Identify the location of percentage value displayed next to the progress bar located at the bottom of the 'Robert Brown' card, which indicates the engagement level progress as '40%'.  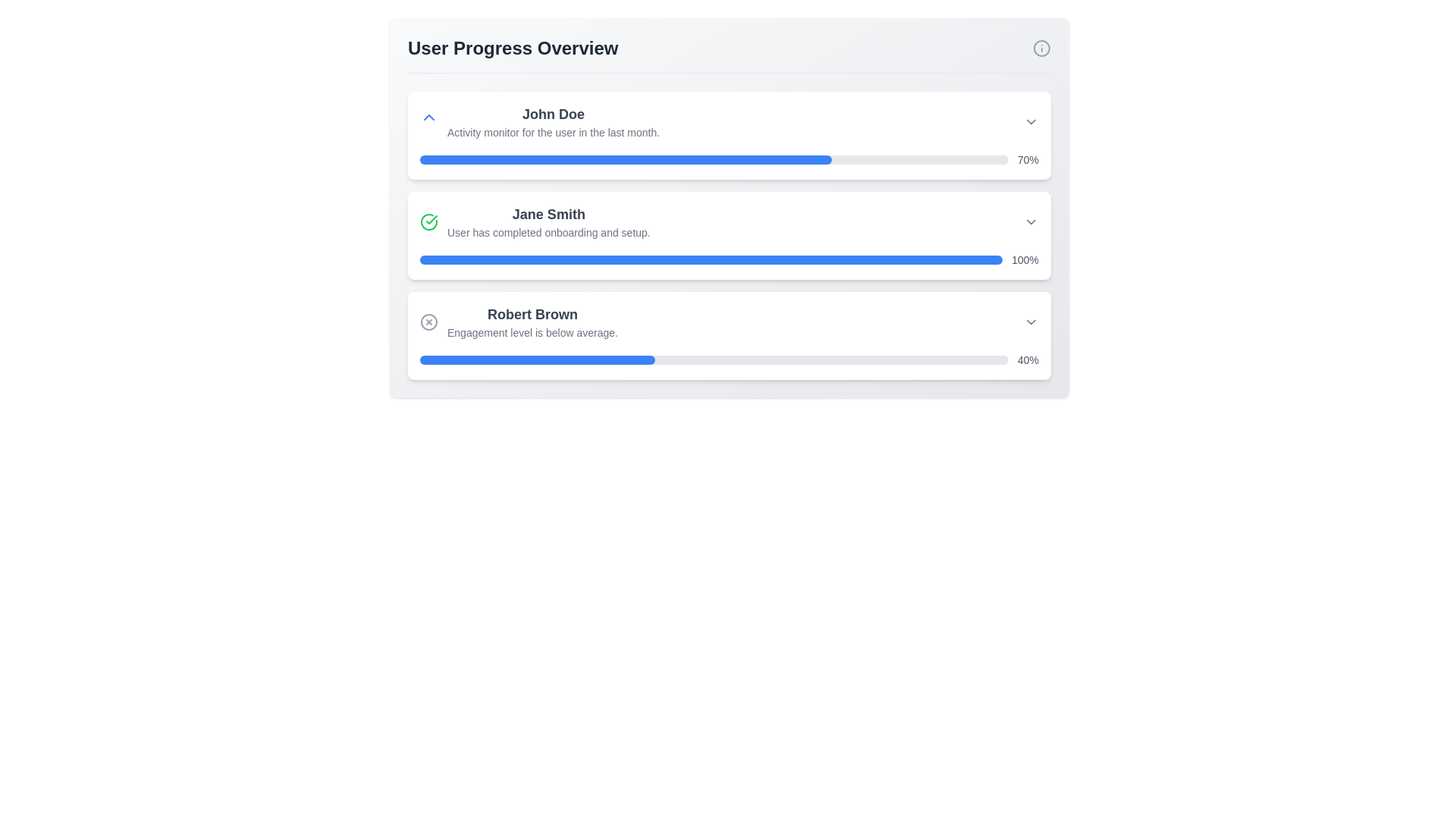
(729, 359).